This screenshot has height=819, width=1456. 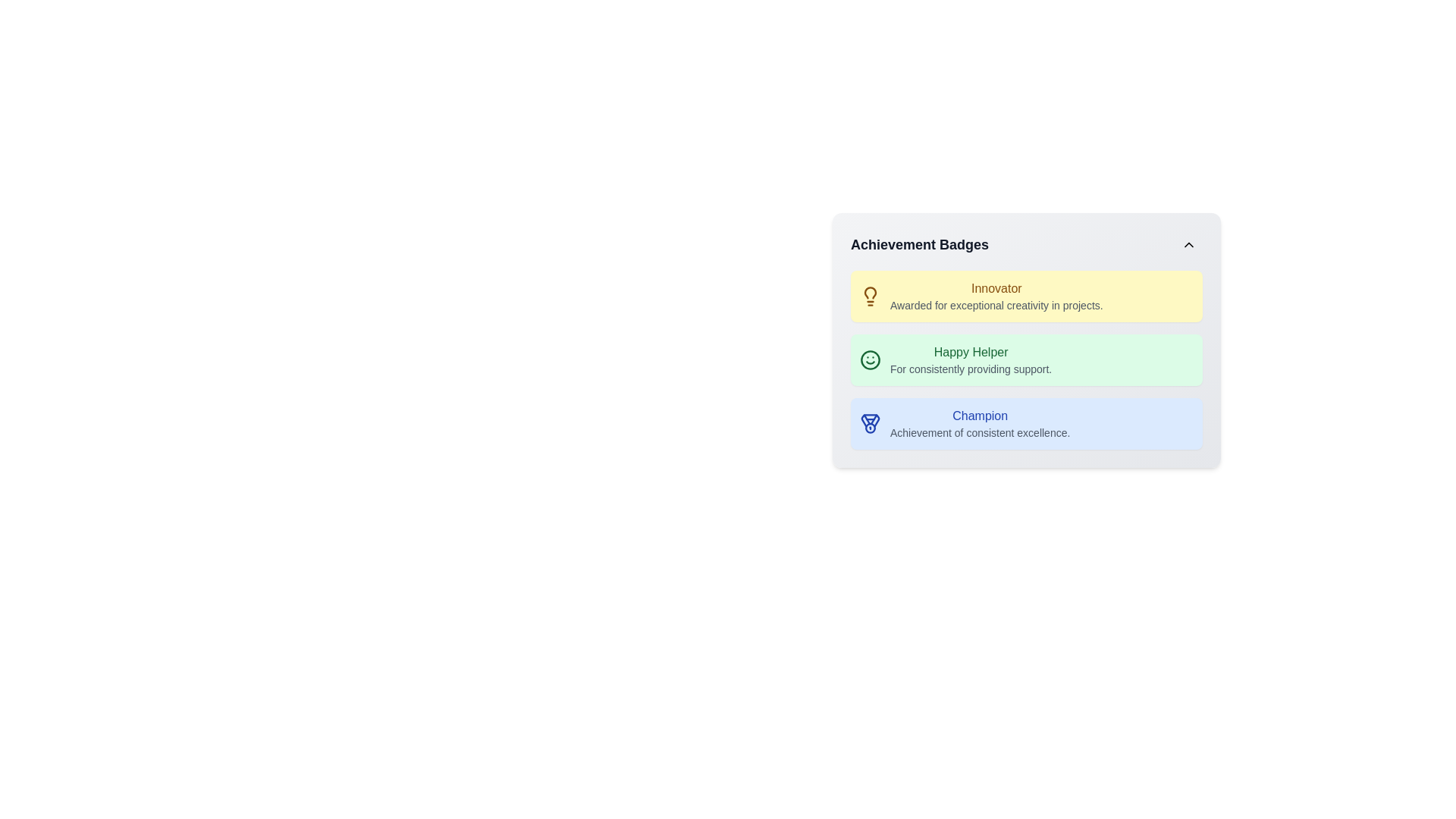 What do you see at coordinates (1188, 244) in the screenshot?
I see `the small, square-shaped button with rounded edges and an upward-pointing chevron icon, located in the top-right corner of the 'Achievement Badges' header` at bounding box center [1188, 244].